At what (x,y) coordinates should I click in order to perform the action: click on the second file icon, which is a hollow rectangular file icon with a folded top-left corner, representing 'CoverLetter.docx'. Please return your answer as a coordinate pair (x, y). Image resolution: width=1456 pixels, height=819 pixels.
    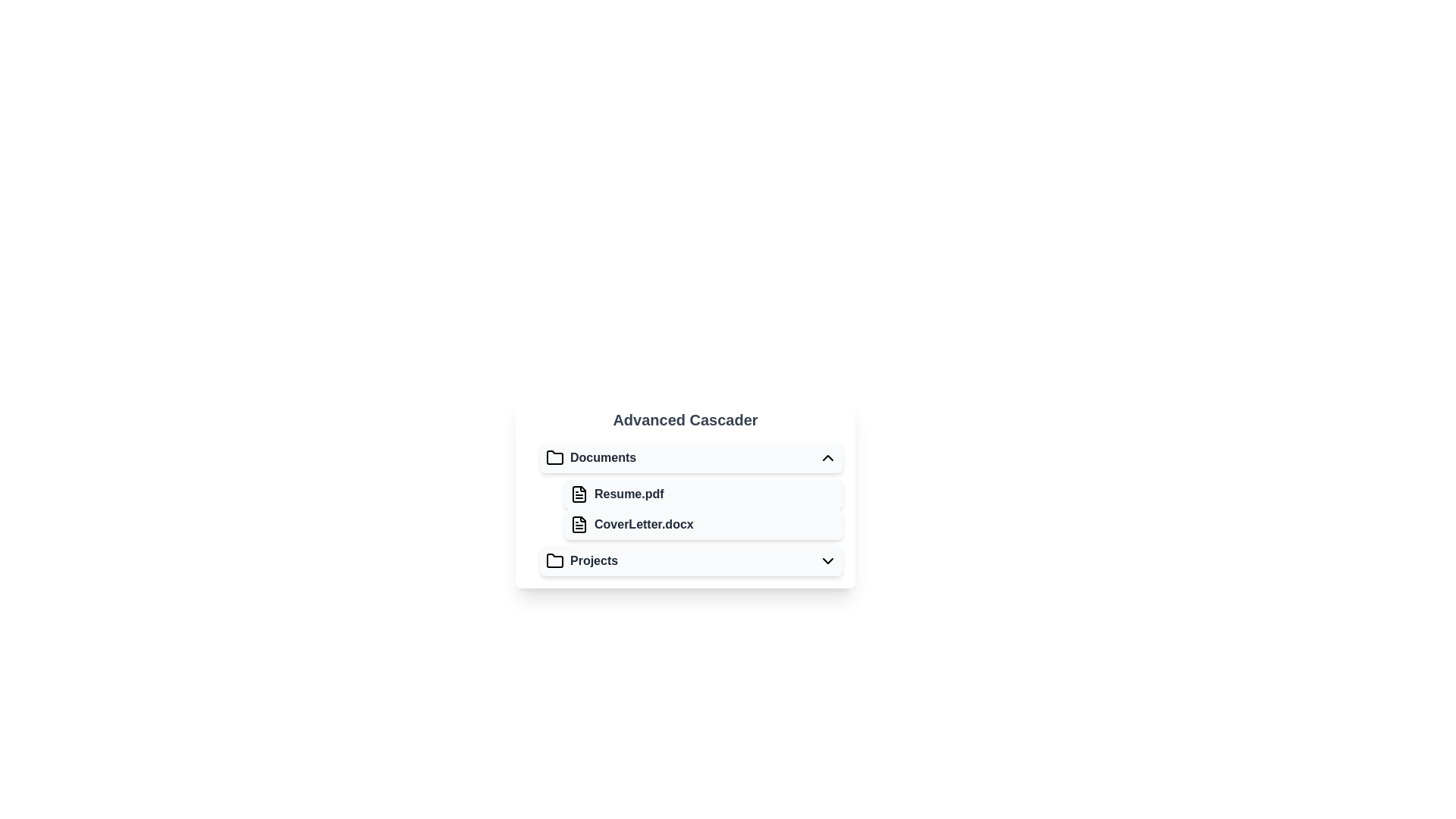
    Looking at the image, I should click on (578, 523).